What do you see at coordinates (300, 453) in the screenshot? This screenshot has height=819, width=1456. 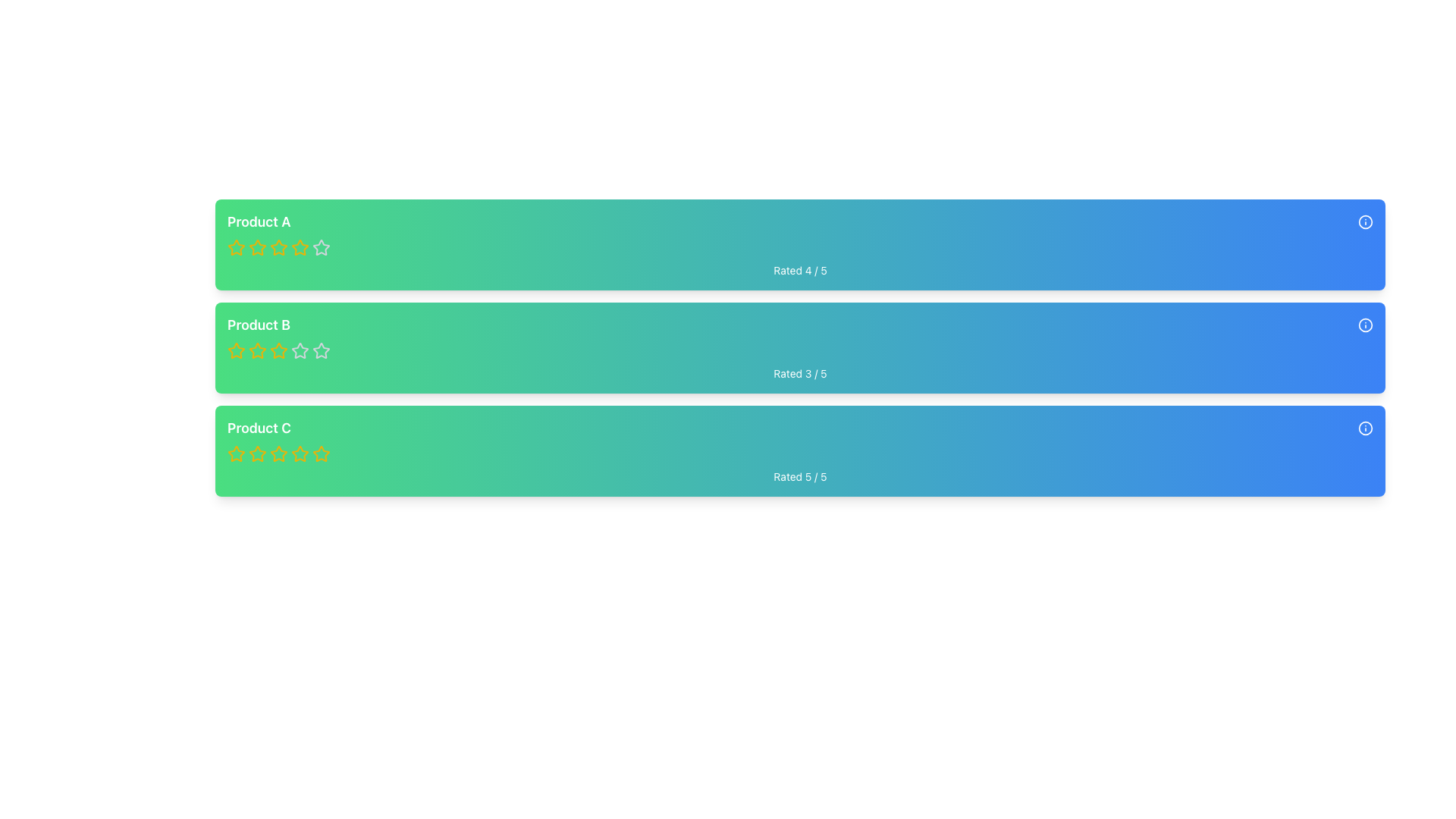 I see `the second rating star for Product C, which is a star-shaped icon with a yellow outline on a green background, located` at bounding box center [300, 453].